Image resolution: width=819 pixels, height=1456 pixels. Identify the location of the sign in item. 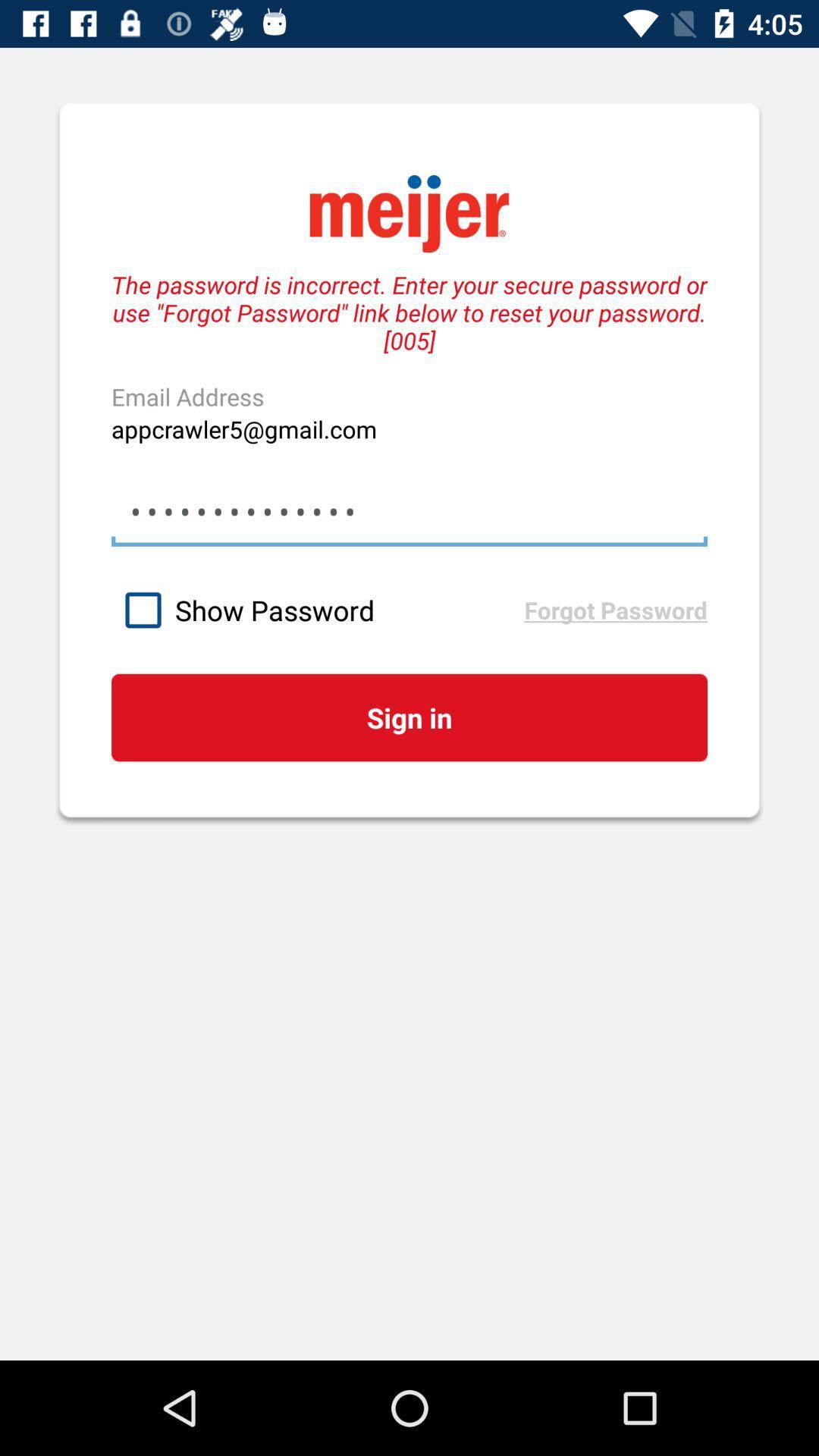
(409, 717).